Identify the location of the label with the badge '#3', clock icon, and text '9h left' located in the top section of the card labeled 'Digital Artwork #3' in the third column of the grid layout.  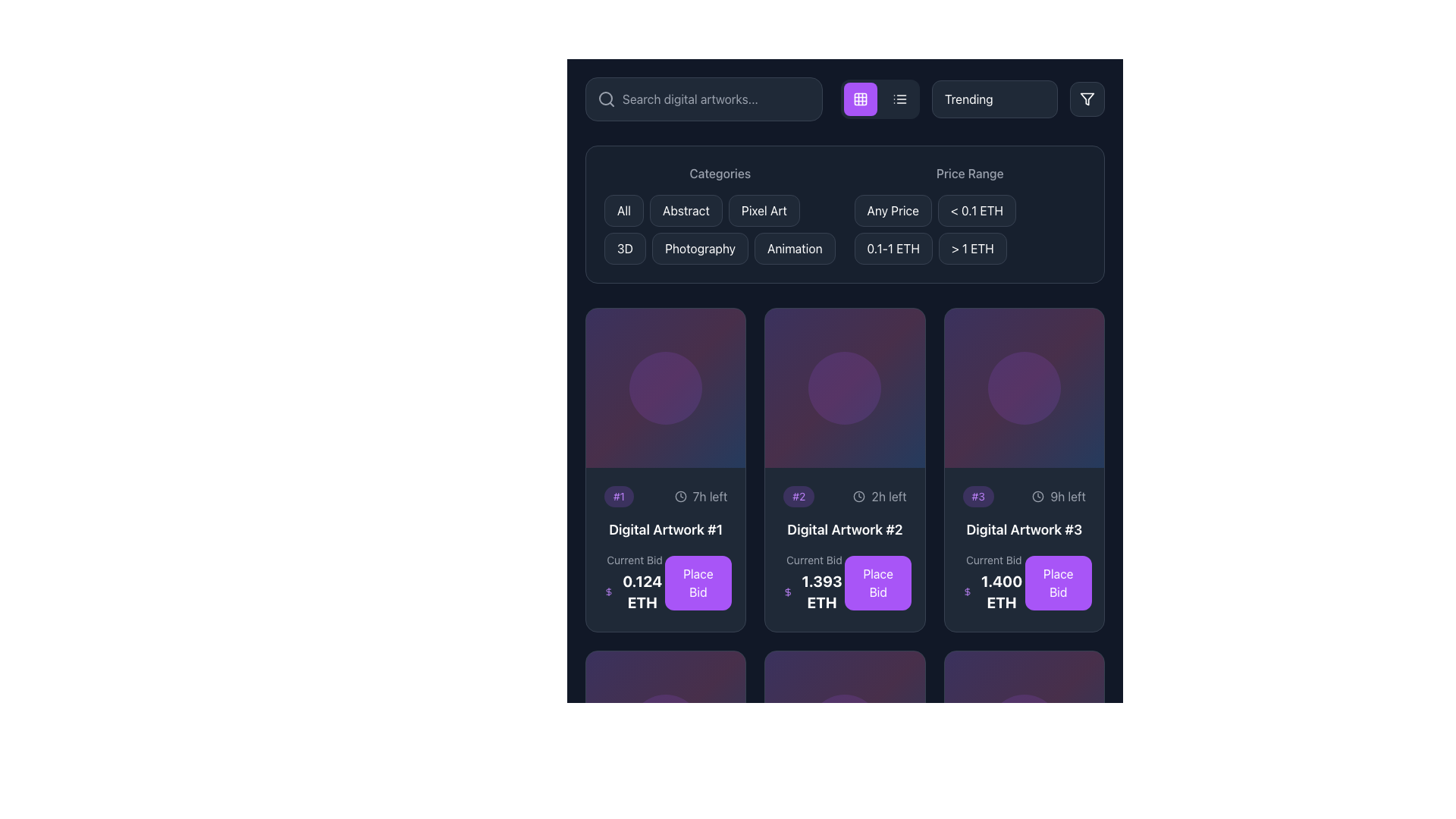
(1024, 497).